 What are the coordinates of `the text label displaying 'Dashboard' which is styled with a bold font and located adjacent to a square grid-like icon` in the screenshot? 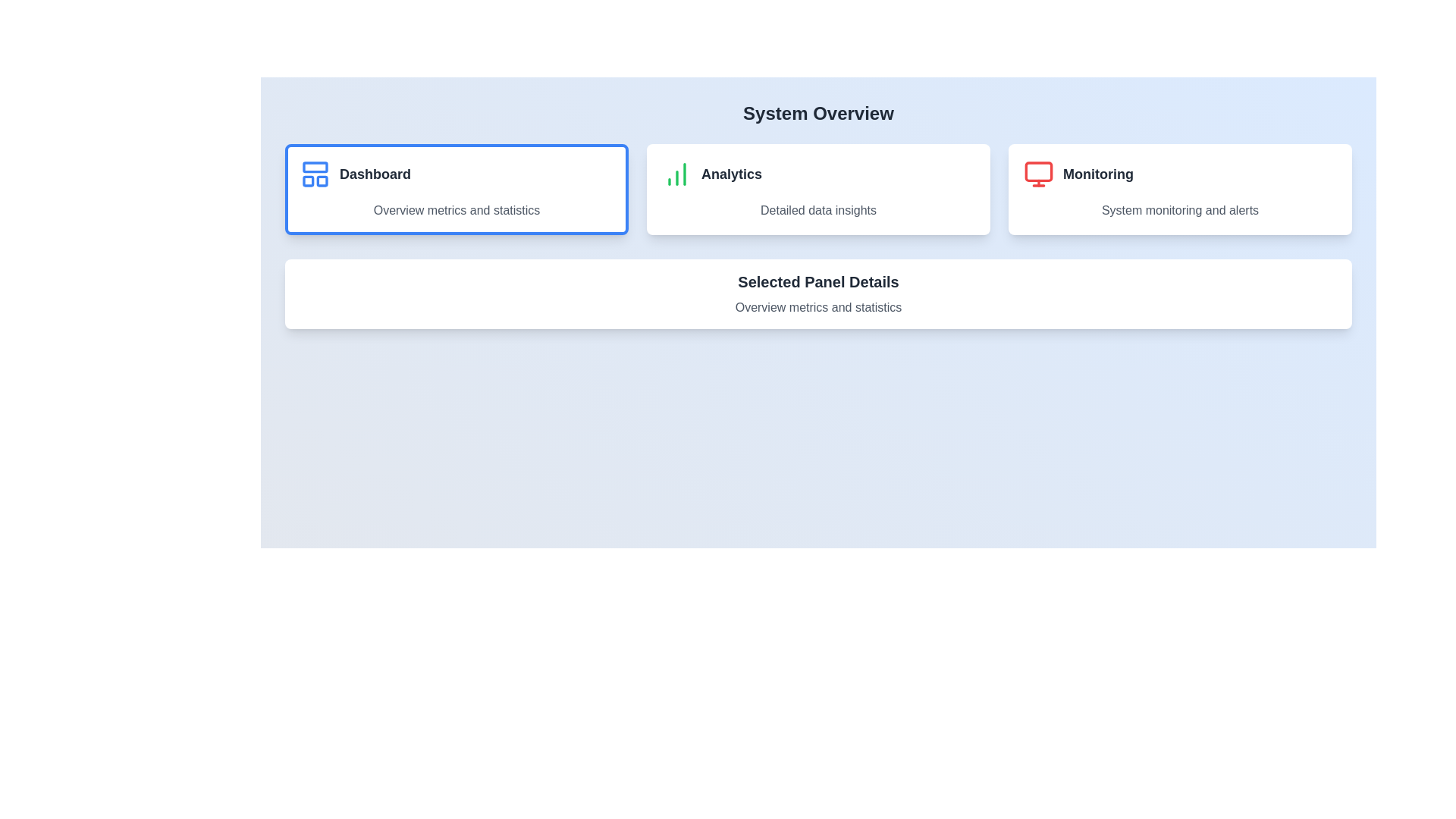 It's located at (375, 174).